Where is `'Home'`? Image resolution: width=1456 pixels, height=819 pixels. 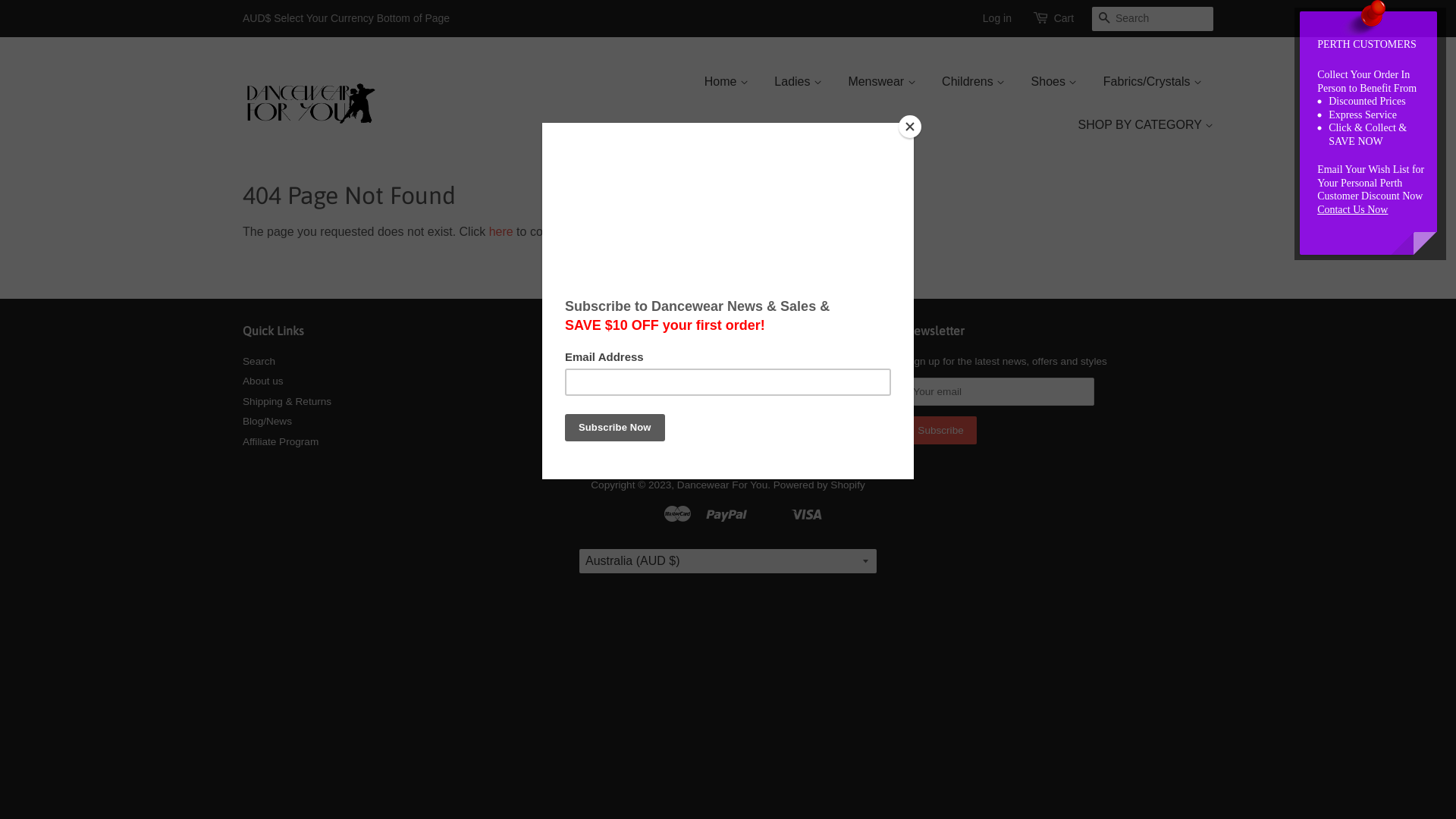 'Home' is located at coordinates (732, 81).